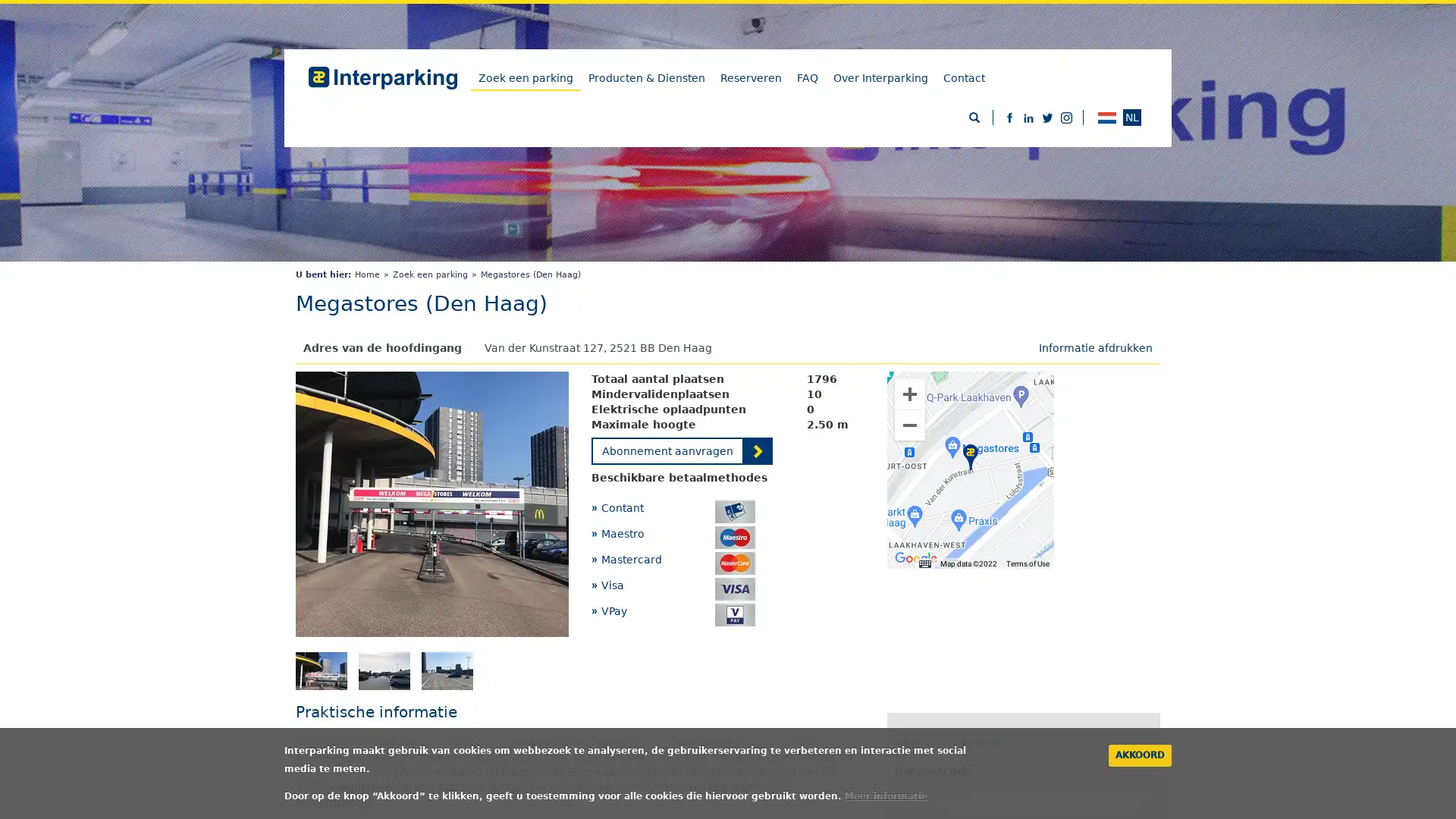 The width and height of the screenshot is (1456, 819). What do you see at coordinates (910, 425) in the screenshot?
I see `Zoom out` at bounding box center [910, 425].